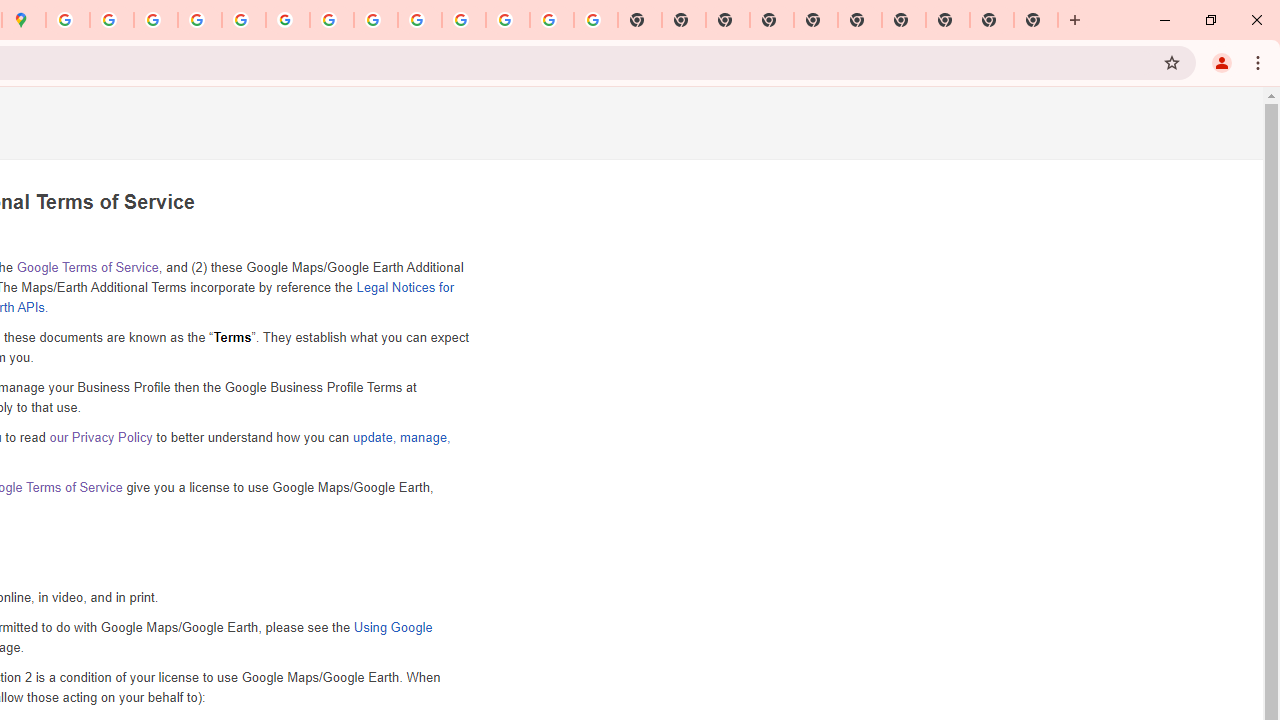  Describe the element at coordinates (1074, 20) in the screenshot. I see `'New Tab'` at that location.